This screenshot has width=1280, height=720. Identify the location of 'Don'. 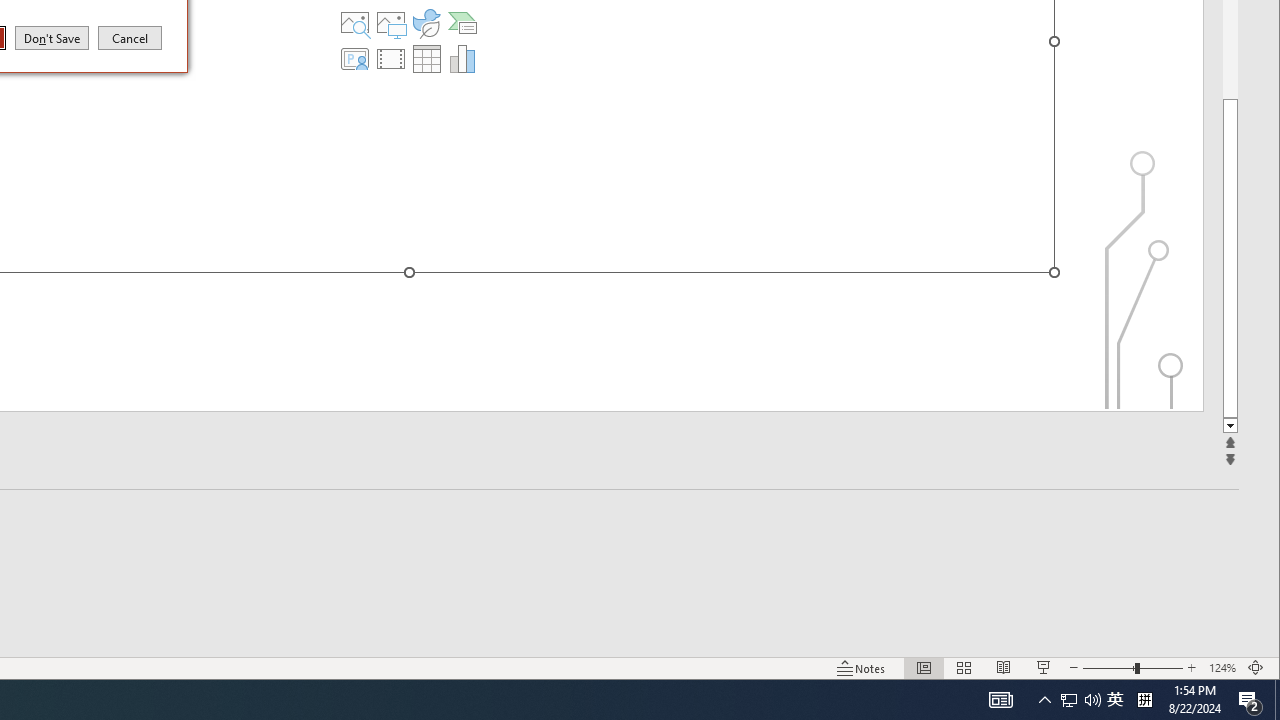
(52, 37).